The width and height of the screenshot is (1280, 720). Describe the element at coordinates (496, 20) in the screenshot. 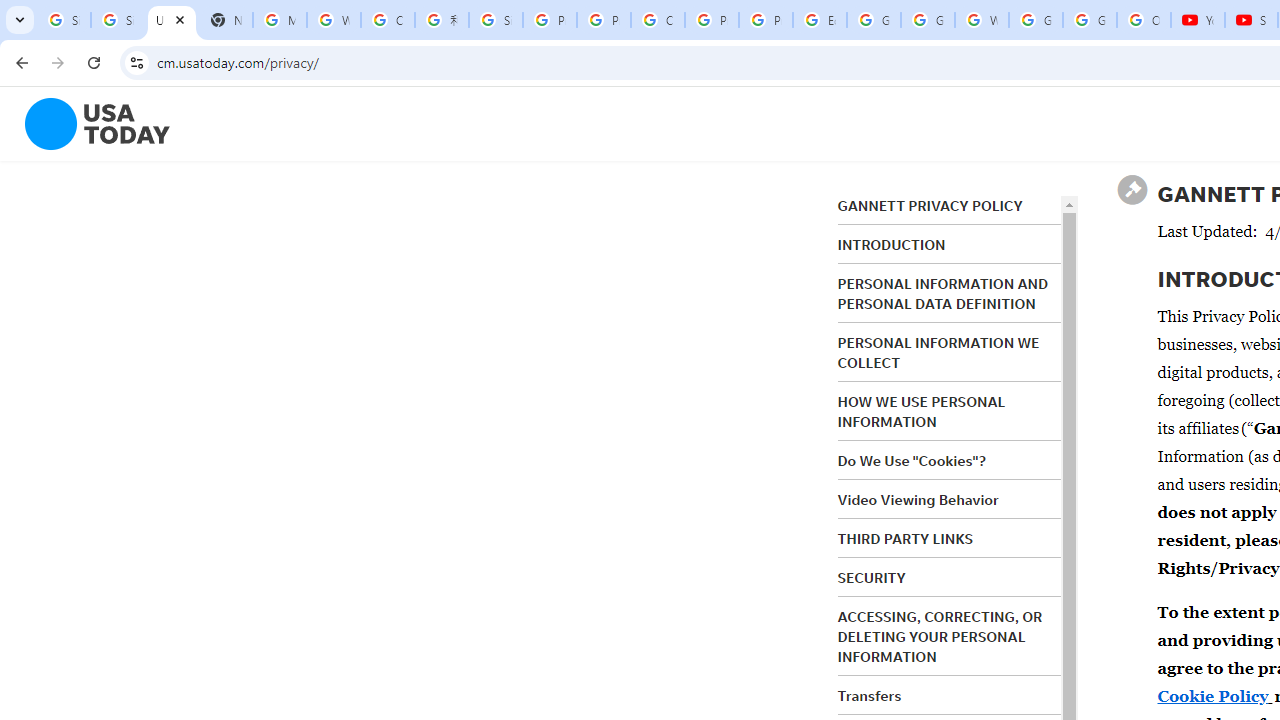

I see `'Sign in - Google Accounts'` at that location.